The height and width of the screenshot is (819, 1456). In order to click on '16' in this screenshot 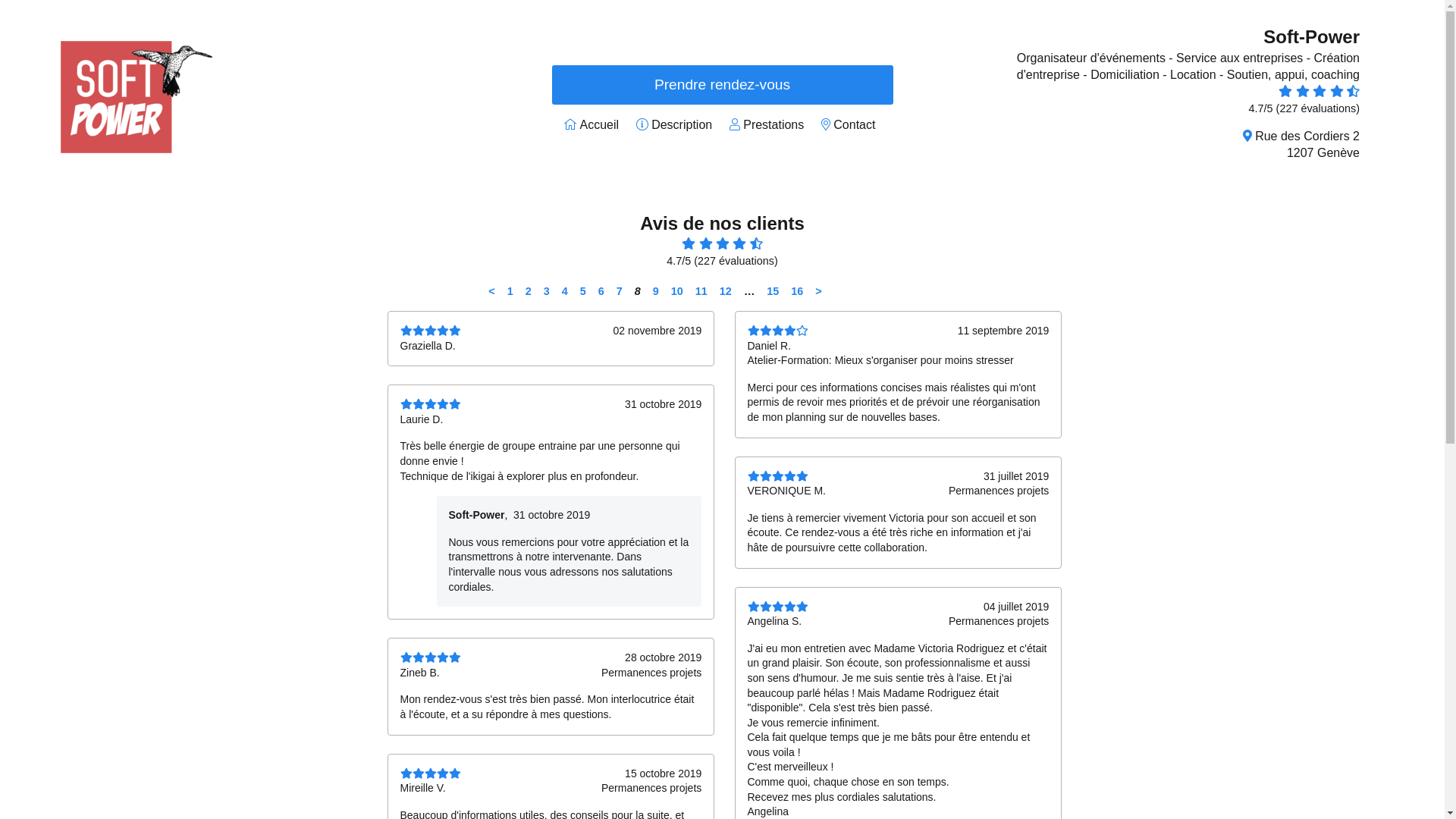, I will do `click(785, 291)`.